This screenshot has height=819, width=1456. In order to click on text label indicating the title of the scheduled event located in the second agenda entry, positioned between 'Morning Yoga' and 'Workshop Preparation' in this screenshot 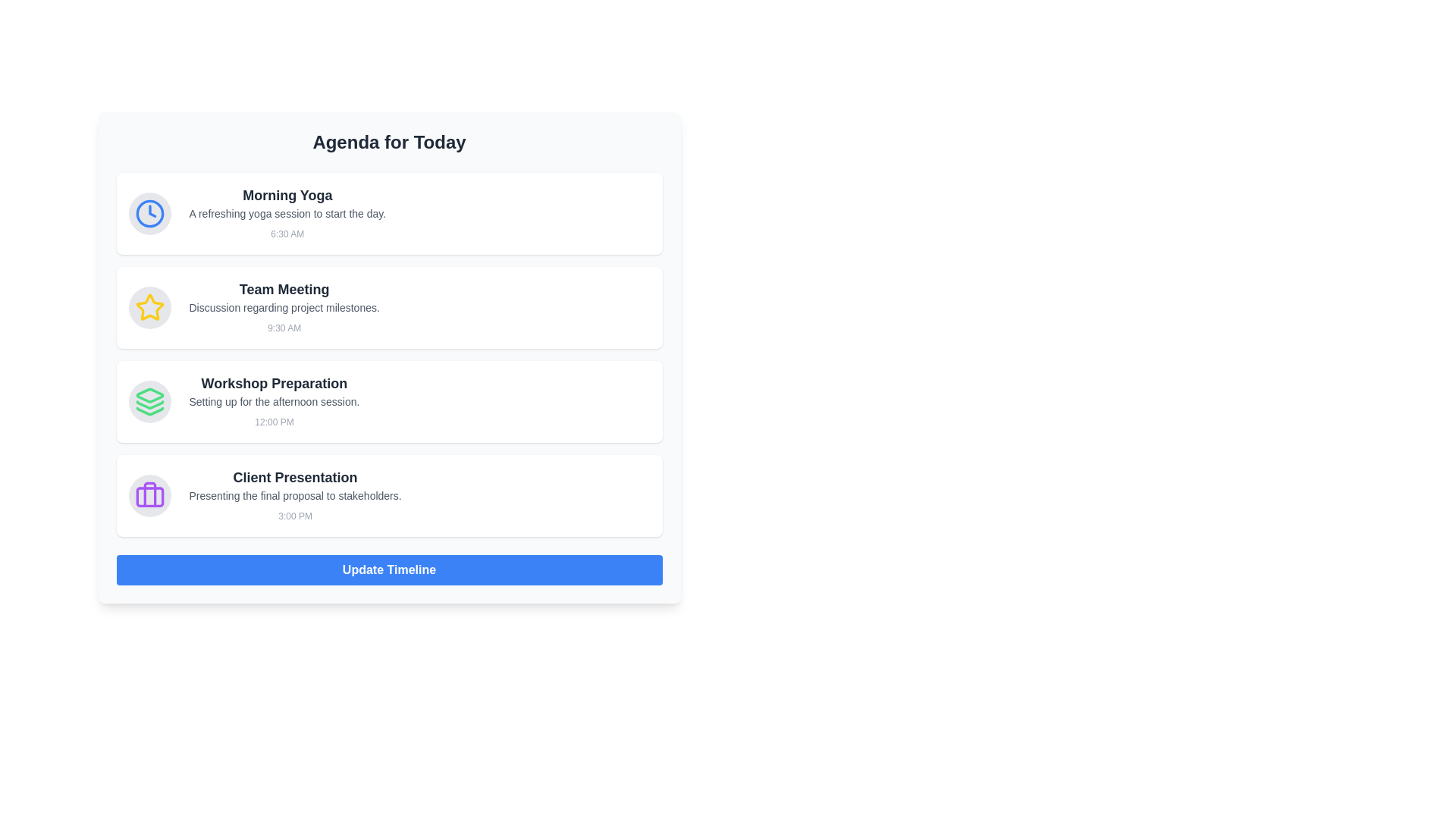, I will do `click(284, 289)`.